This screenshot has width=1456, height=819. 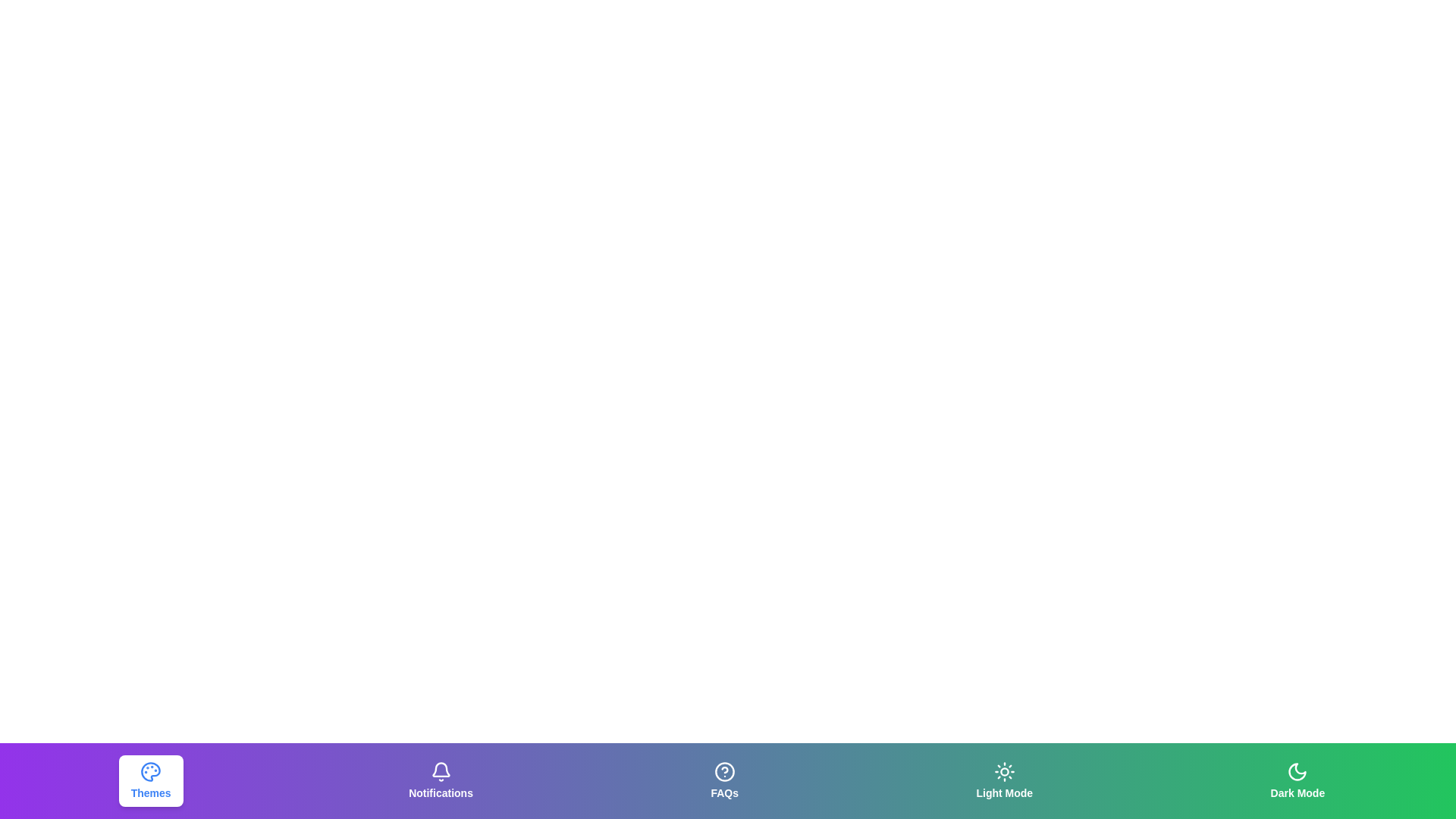 What do you see at coordinates (723, 780) in the screenshot?
I see `the FAQs tab to observe its hover effect` at bounding box center [723, 780].